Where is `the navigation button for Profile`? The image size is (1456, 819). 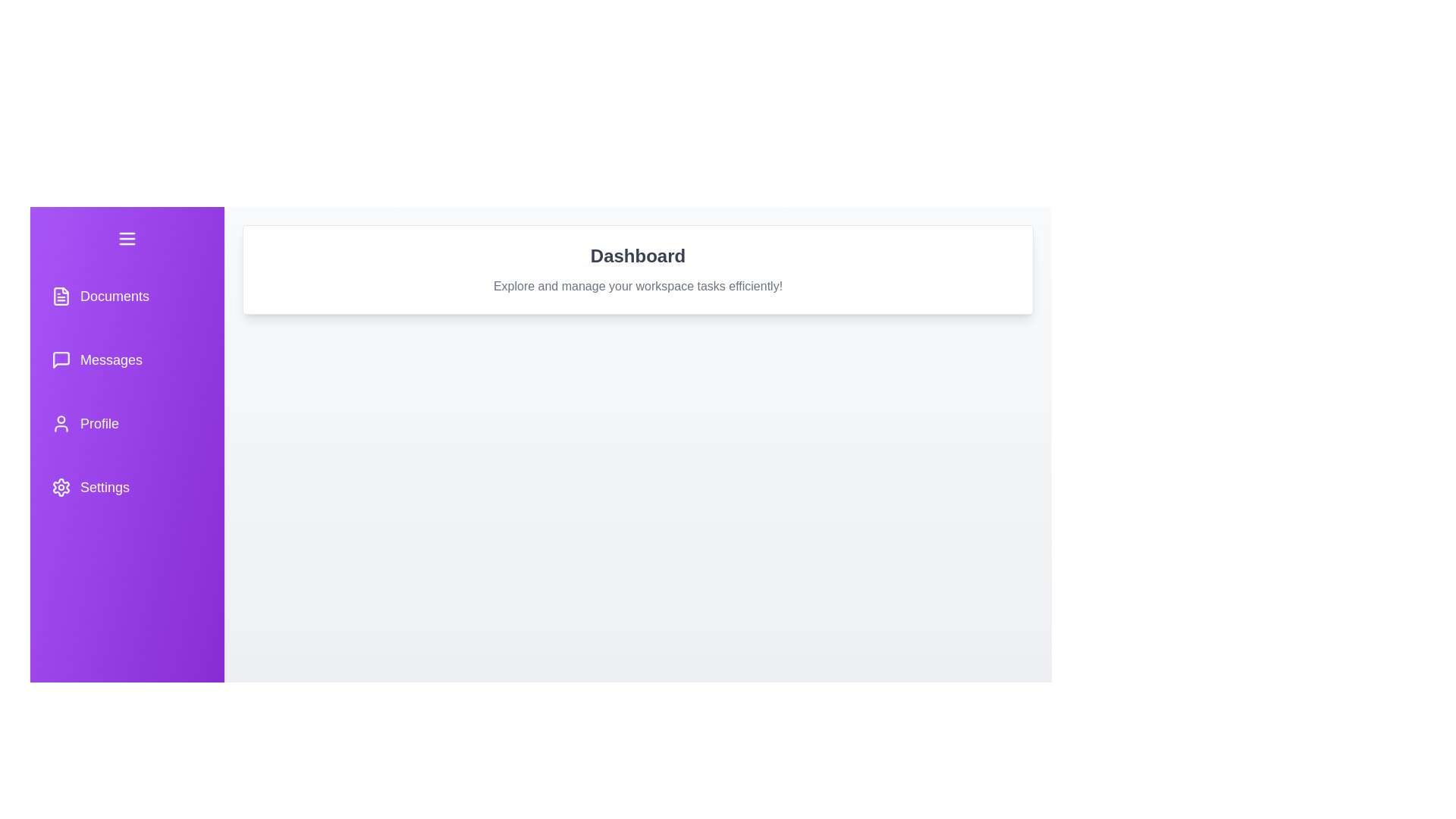 the navigation button for Profile is located at coordinates (127, 424).